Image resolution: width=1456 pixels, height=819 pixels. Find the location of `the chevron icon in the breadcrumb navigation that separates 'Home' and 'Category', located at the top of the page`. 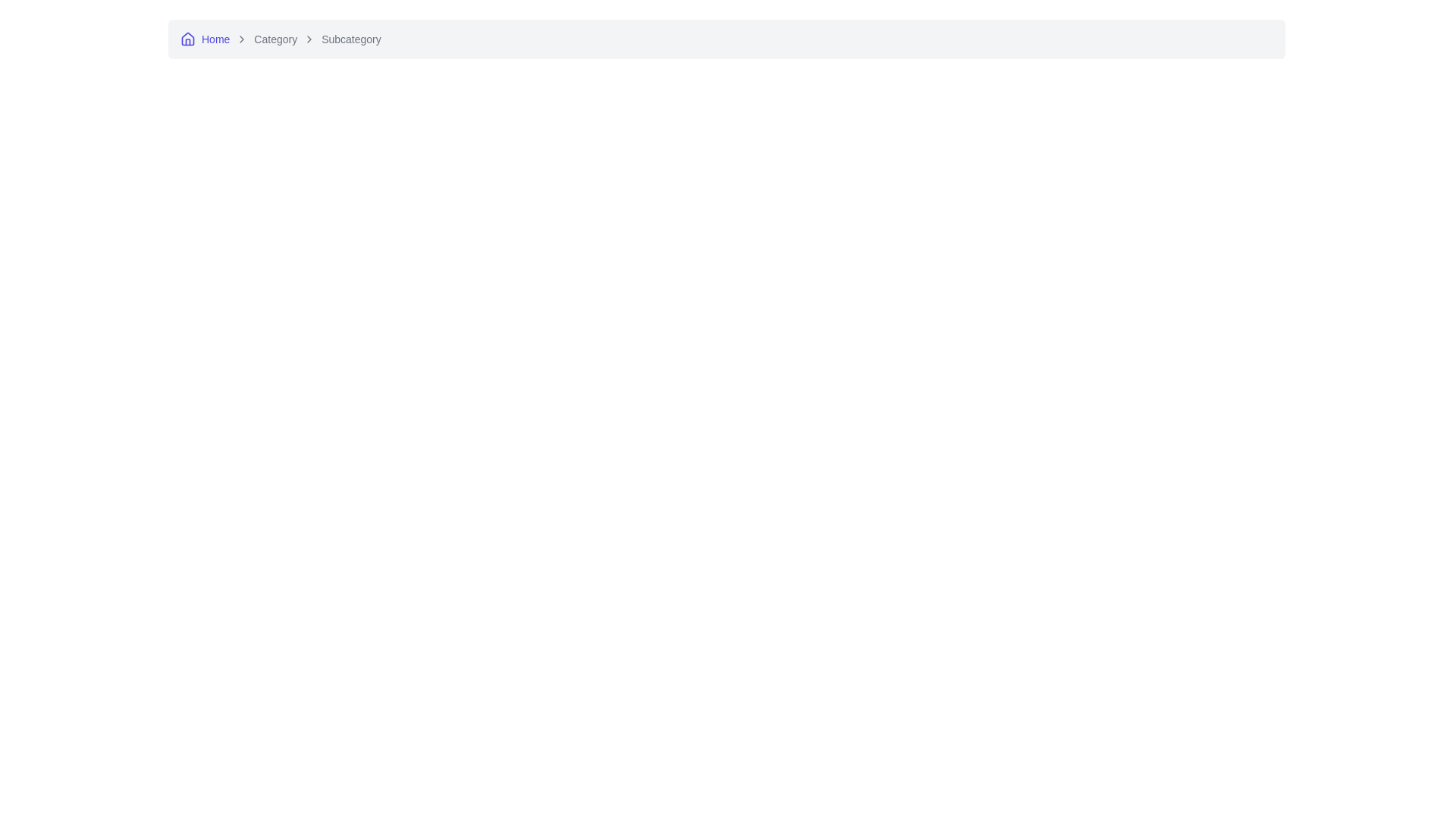

the chevron icon in the breadcrumb navigation that separates 'Home' and 'Category', located at the top of the page is located at coordinates (241, 38).